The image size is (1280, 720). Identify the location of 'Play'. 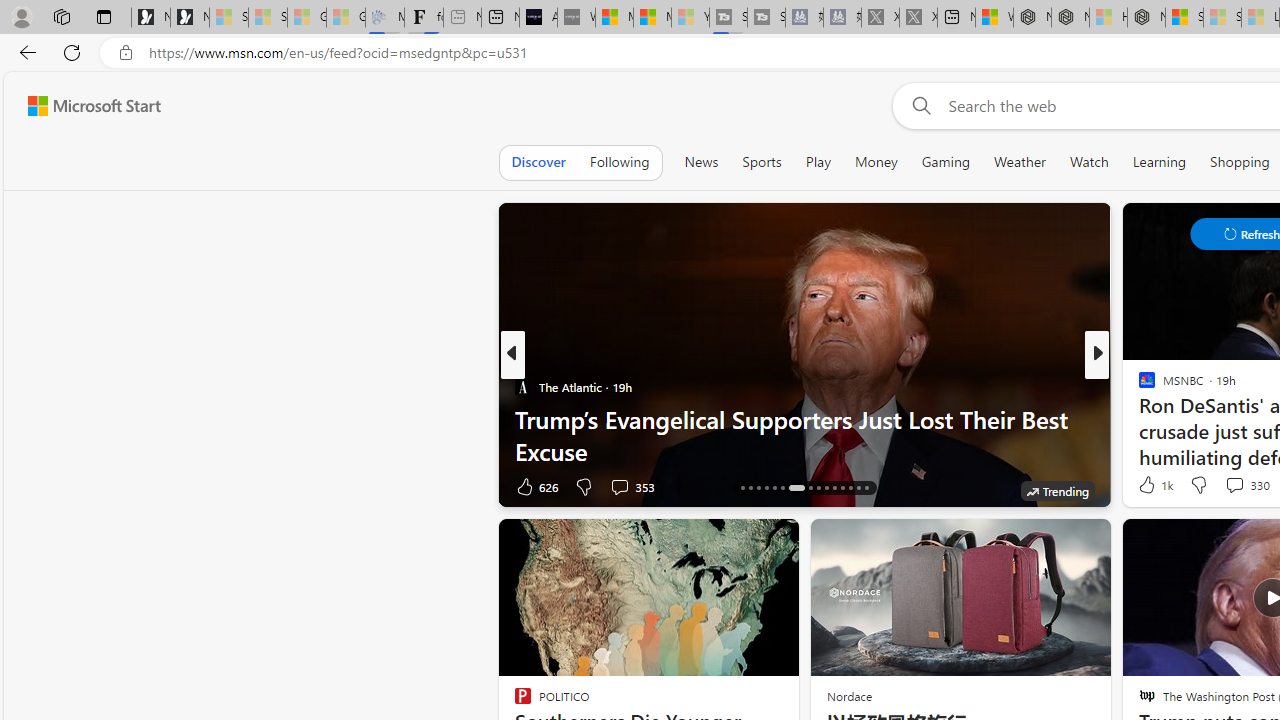
(817, 161).